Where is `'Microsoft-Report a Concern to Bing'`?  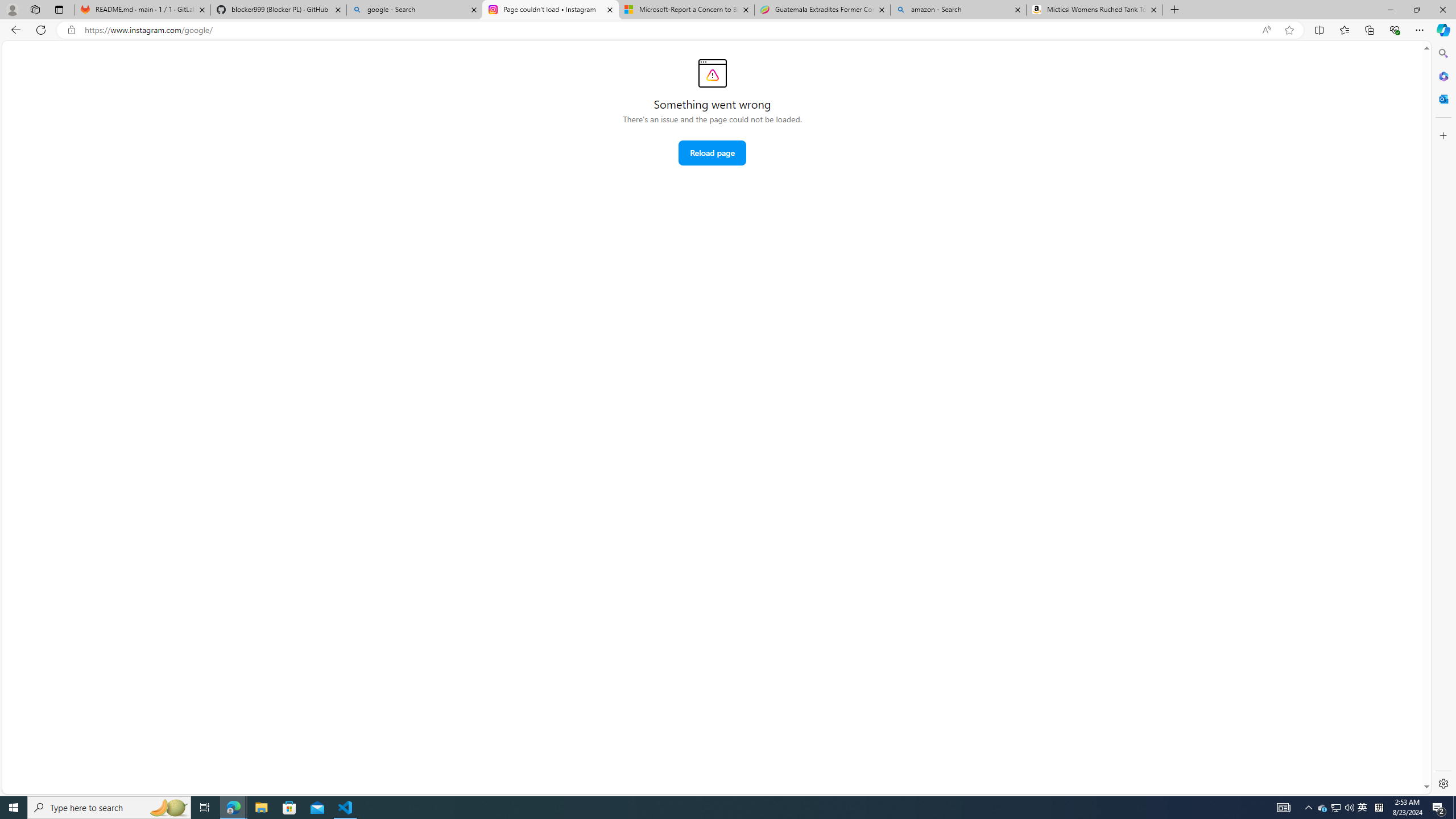
'Microsoft-Report a Concern to Bing' is located at coordinates (685, 9).